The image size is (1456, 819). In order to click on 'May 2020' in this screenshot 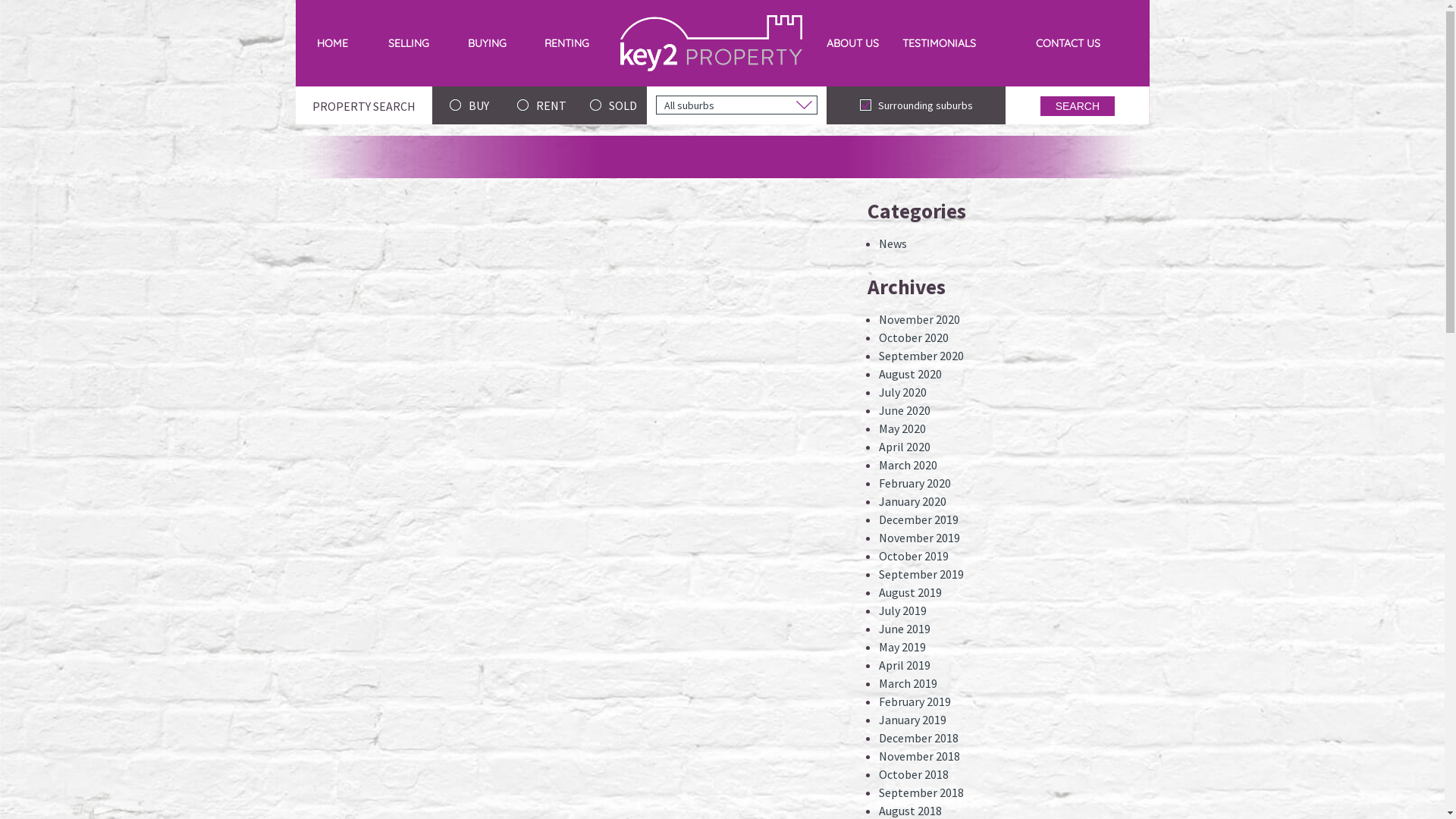, I will do `click(878, 428)`.